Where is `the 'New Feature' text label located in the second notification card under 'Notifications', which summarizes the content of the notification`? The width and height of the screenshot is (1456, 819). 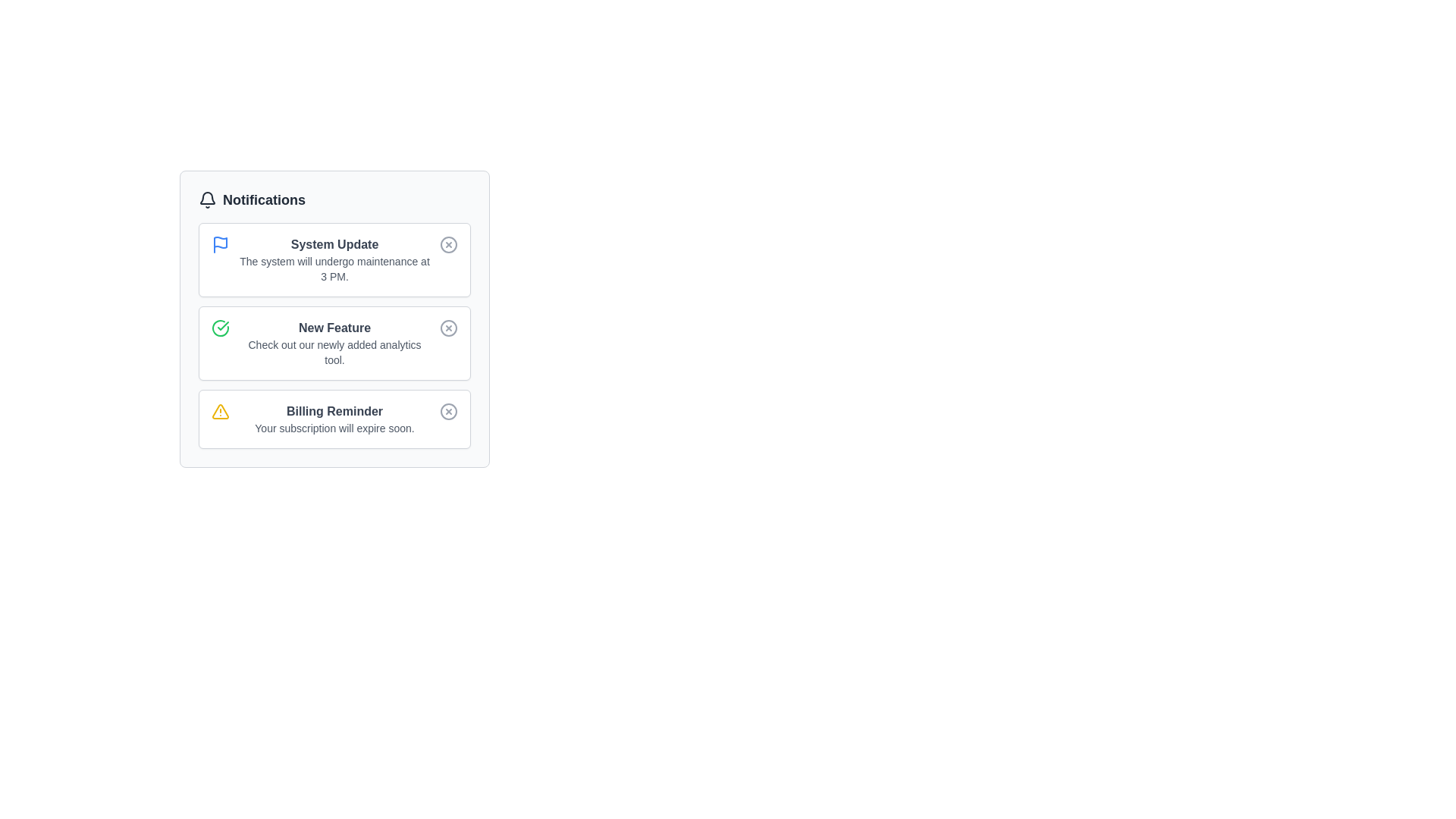
the 'New Feature' text label located in the second notification card under 'Notifications', which summarizes the content of the notification is located at coordinates (334, 327).